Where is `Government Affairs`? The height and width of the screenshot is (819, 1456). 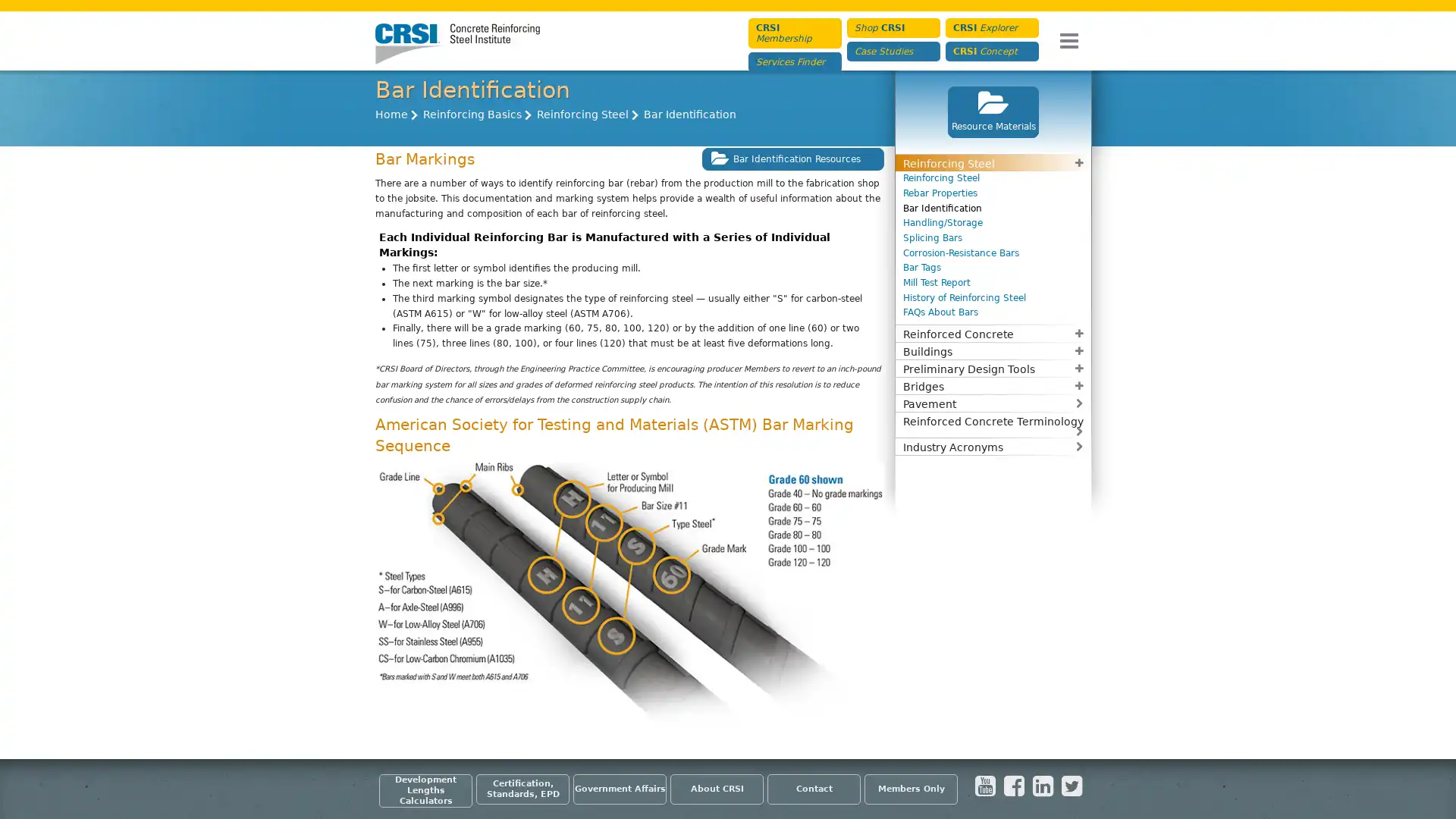
Government Affairs is located at coordinates (620, 788).